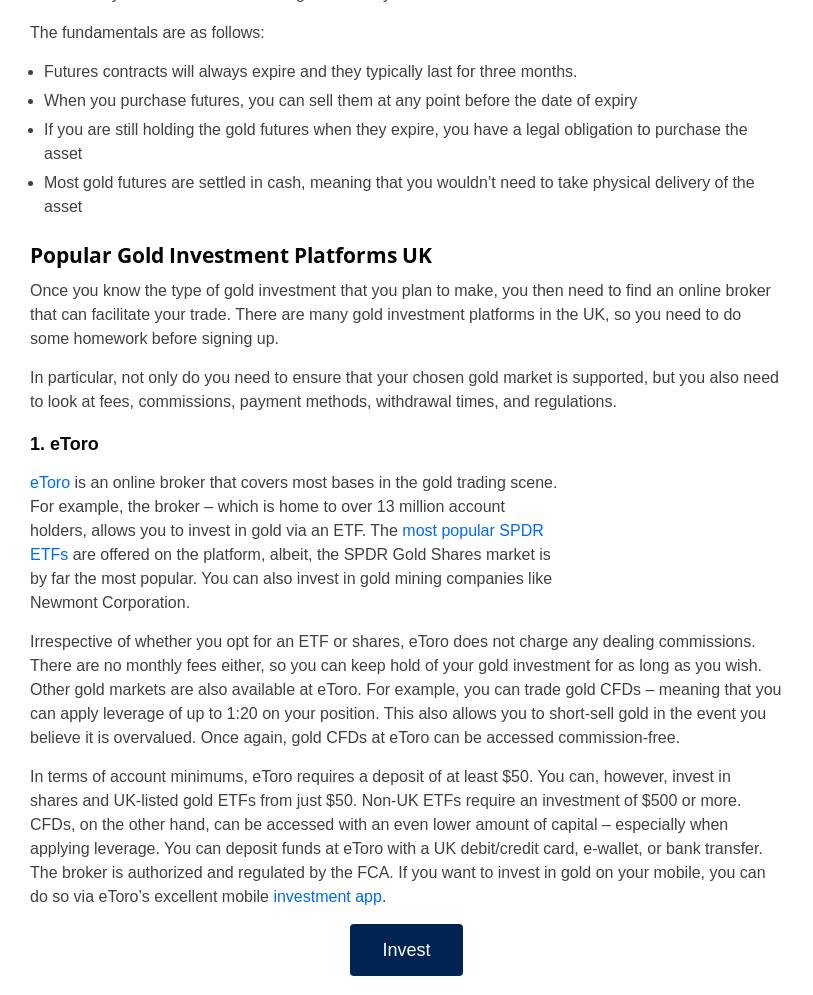 The width and height of the screenshot is (813, 995). Describe the element at coordinates (405, 950) in the screenshot. I see `'Invest'` at that location.